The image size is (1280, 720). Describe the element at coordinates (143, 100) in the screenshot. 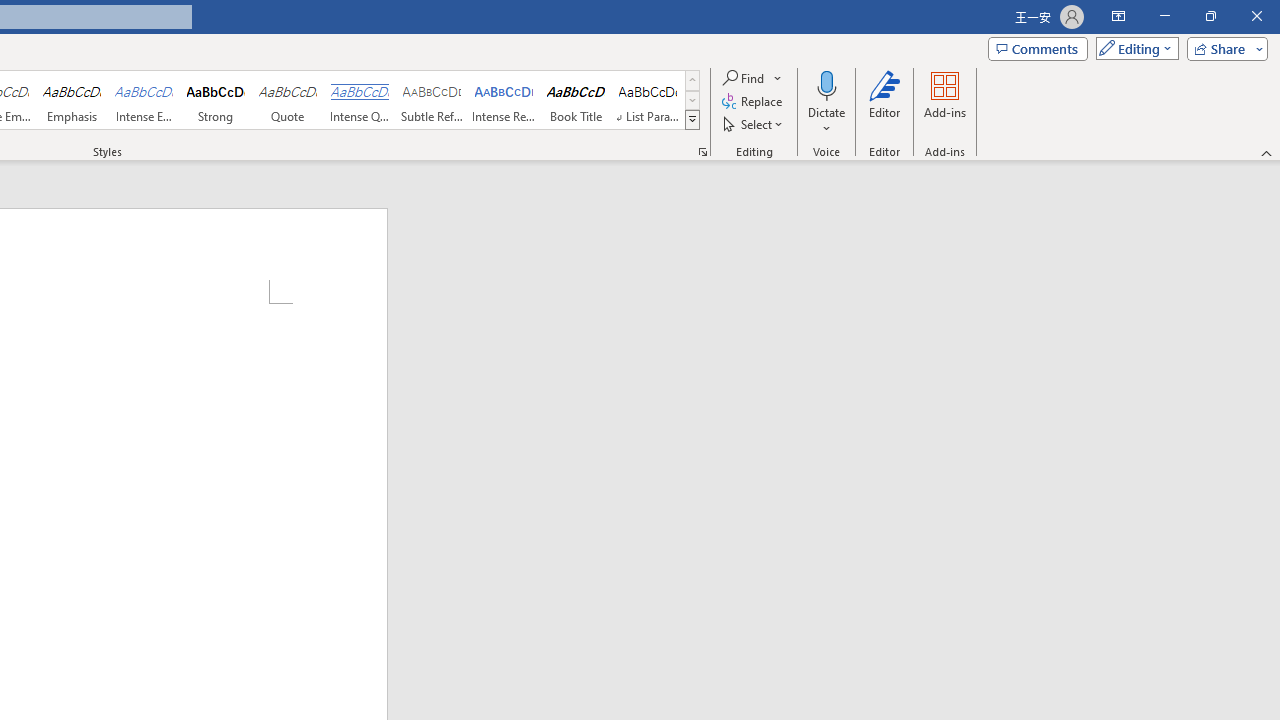

I see `'Intense Emphasis'` at that location.